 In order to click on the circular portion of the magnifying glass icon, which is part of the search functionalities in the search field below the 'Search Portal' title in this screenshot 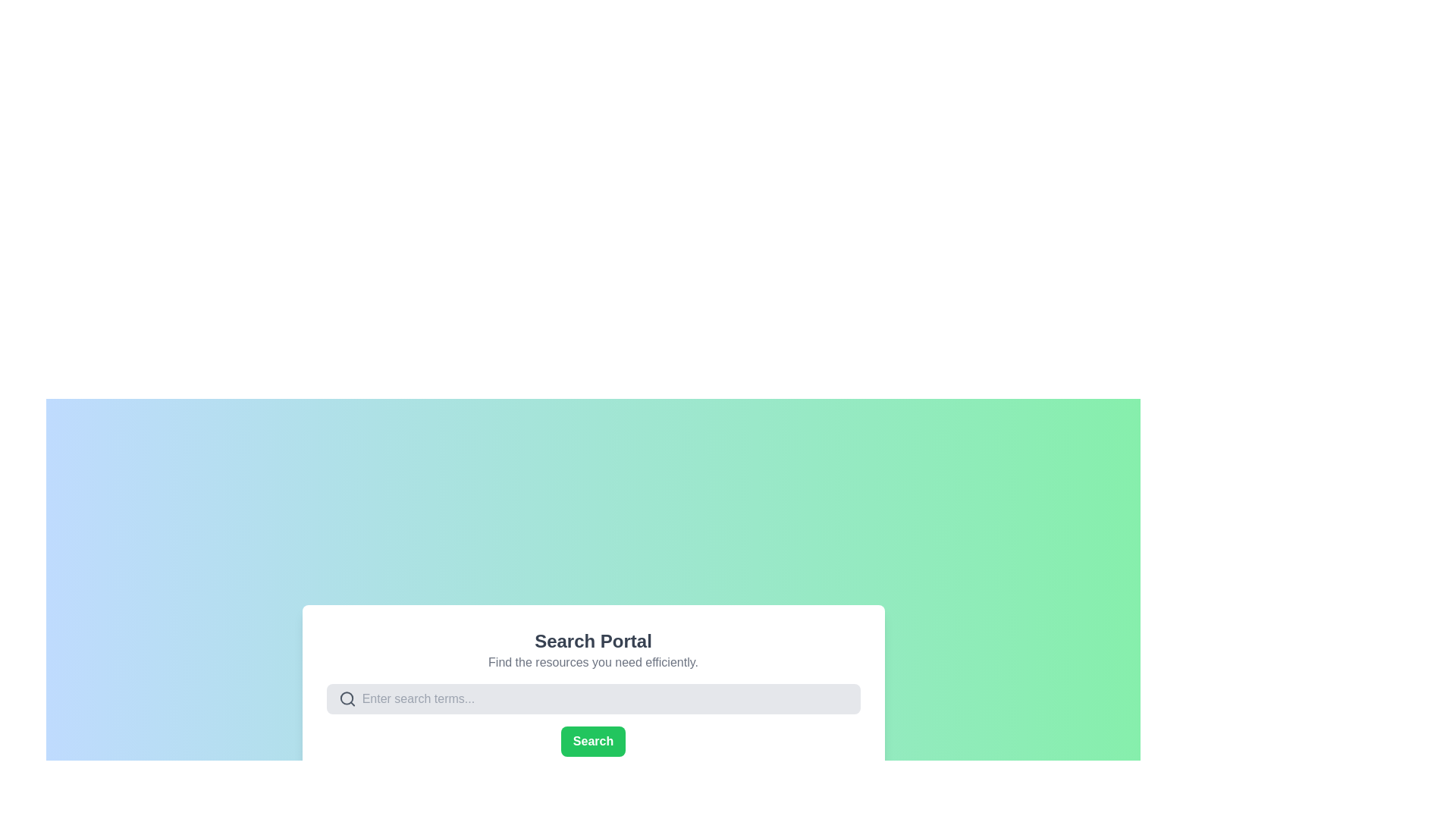, I will do `click(346, 698)`.